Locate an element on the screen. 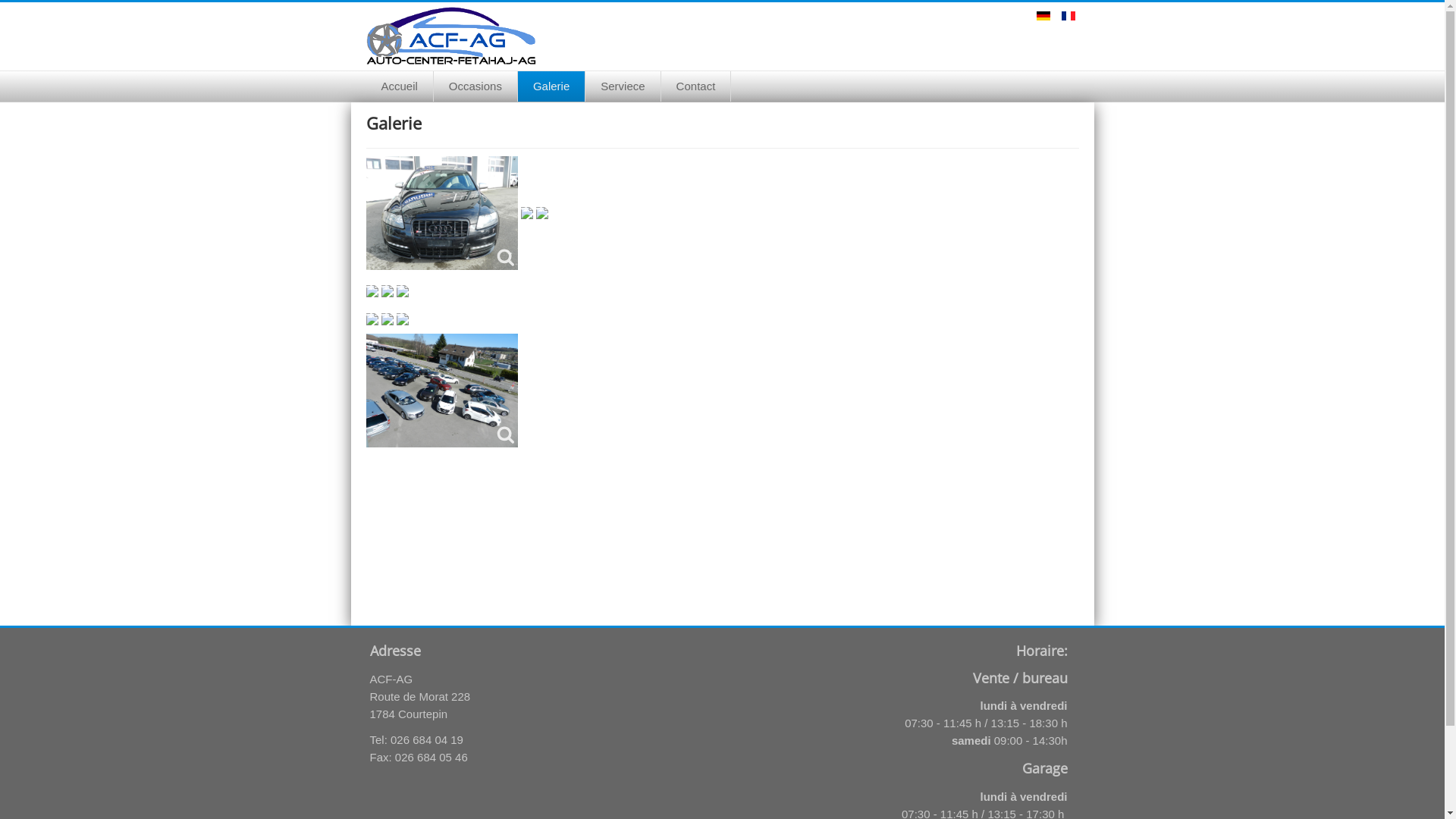 The width and height of the screenshot is (1456, 819). 'Deutsch' is located at coordinates (1043, 15).